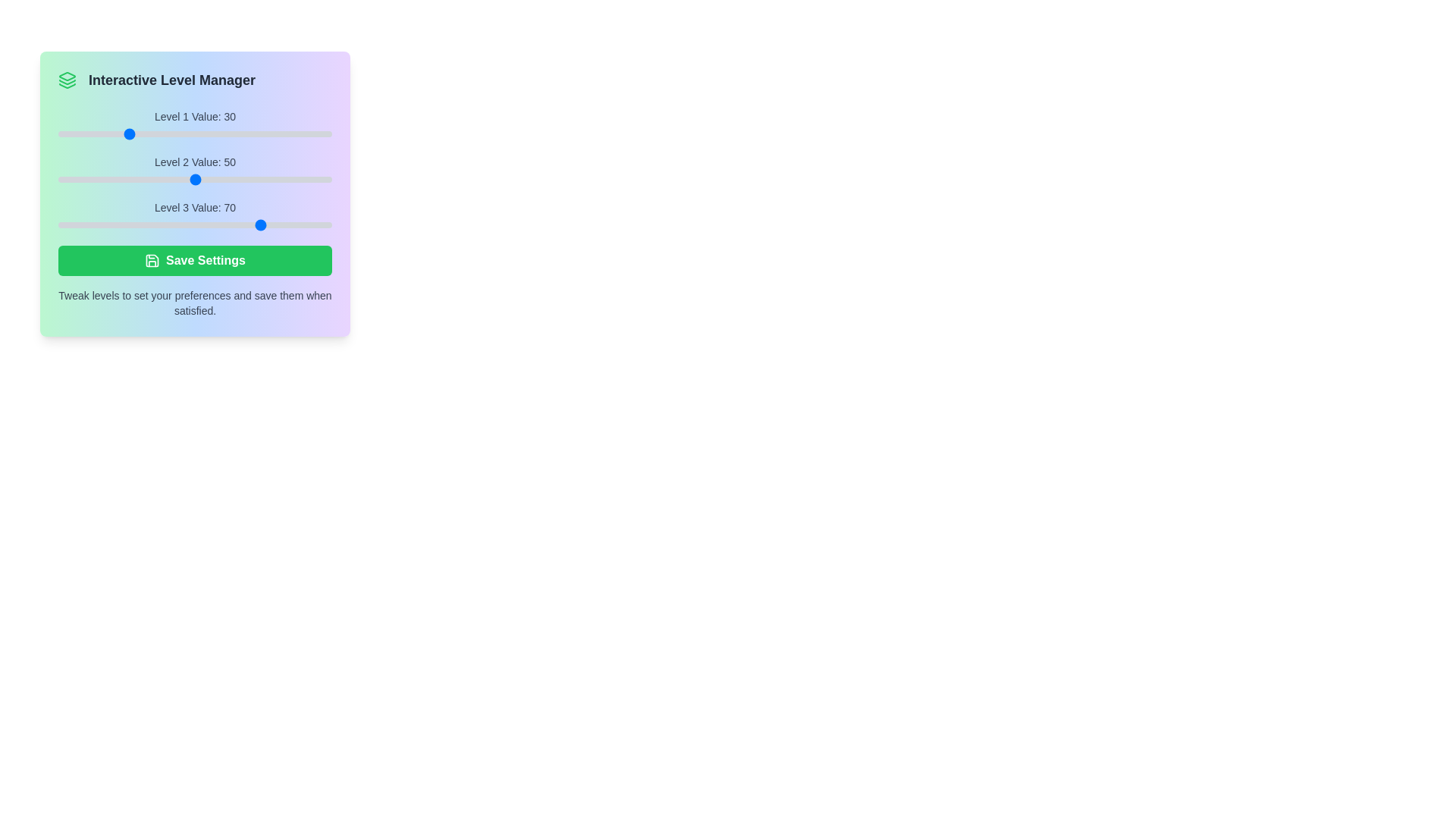  I want to click on the Level 3 value, so click(119, 225).